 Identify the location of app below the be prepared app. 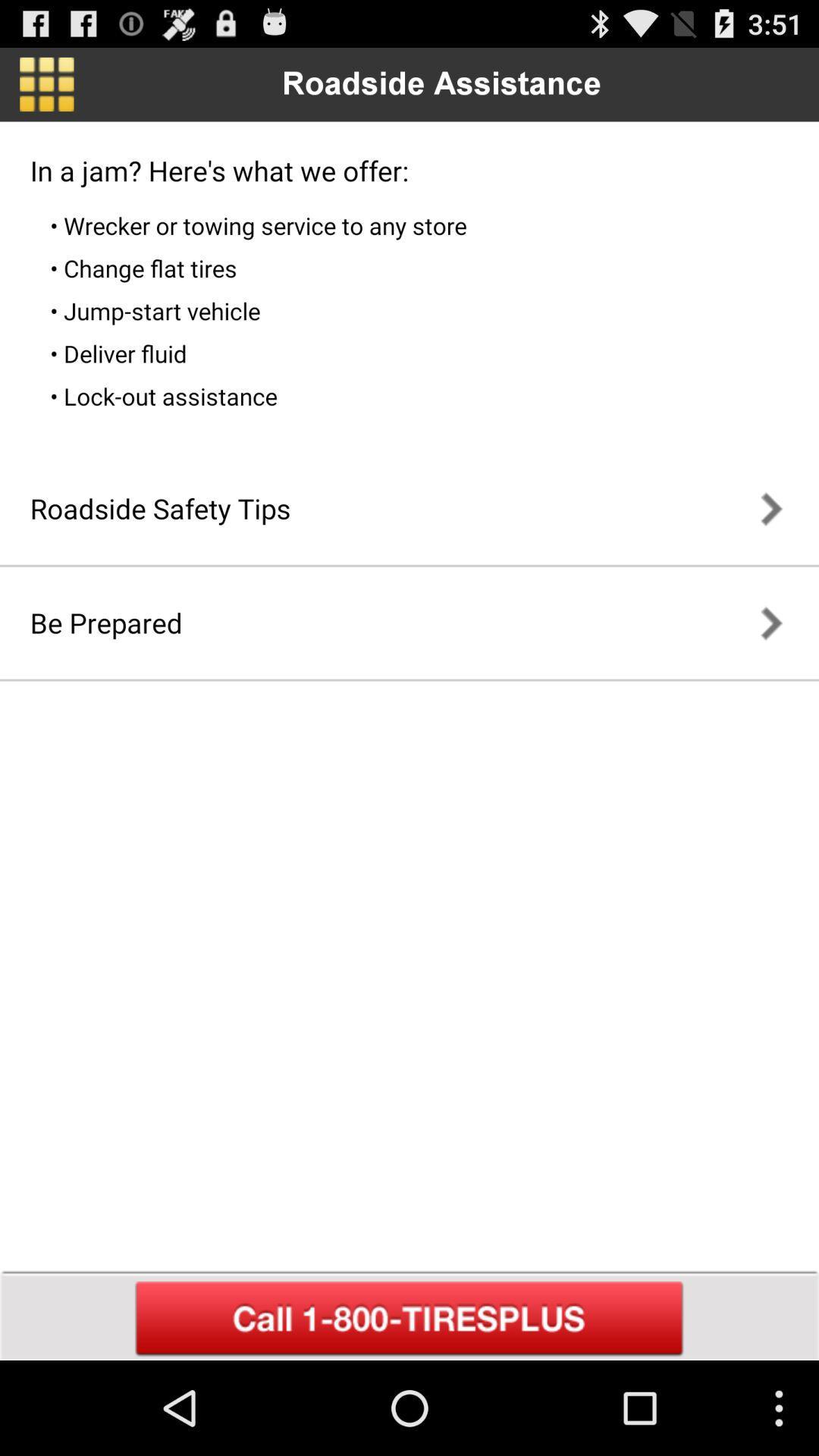
(409, 1318).